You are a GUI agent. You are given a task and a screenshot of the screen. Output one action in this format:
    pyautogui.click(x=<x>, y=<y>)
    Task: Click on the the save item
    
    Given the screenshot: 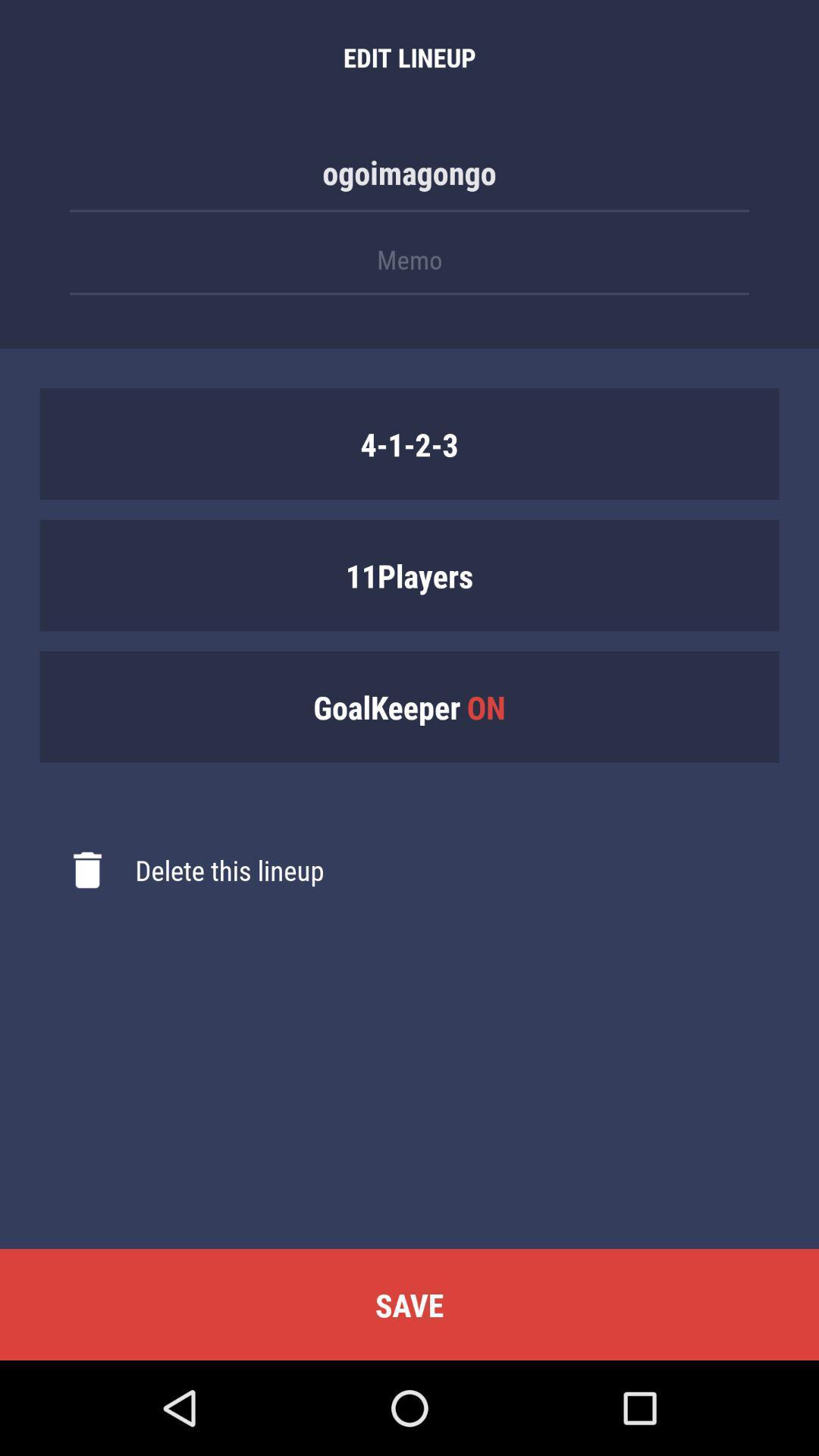 What is the action you would take?
    pyautogui.click(x=409, y=1304)
    